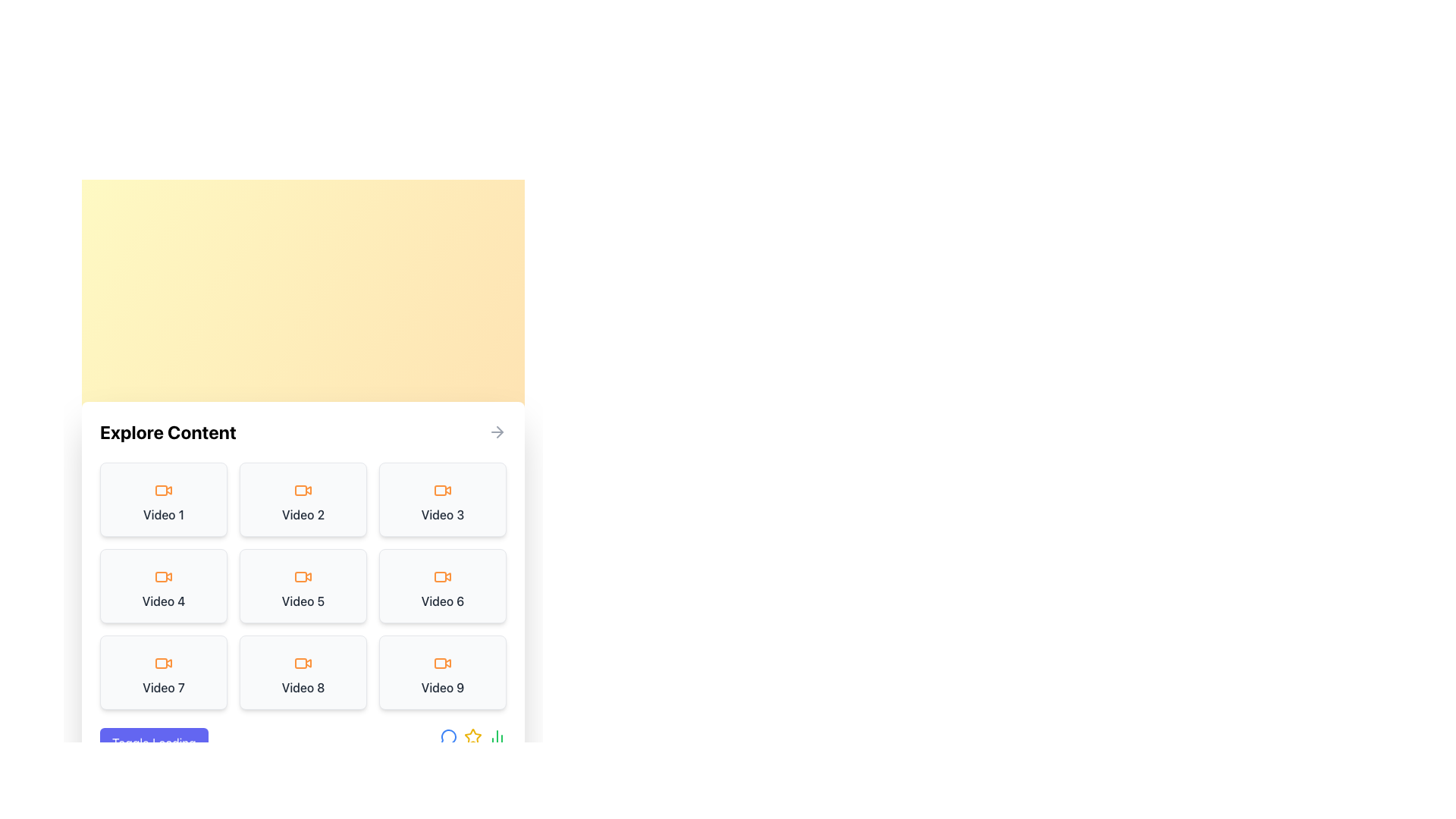  Describe the element at coordinates (447, 662) in the screenshot. I see `the video icon in the 'Video 9' tile located at the bottom-right corner of the grid under the 'Explore Content' header` at that location.